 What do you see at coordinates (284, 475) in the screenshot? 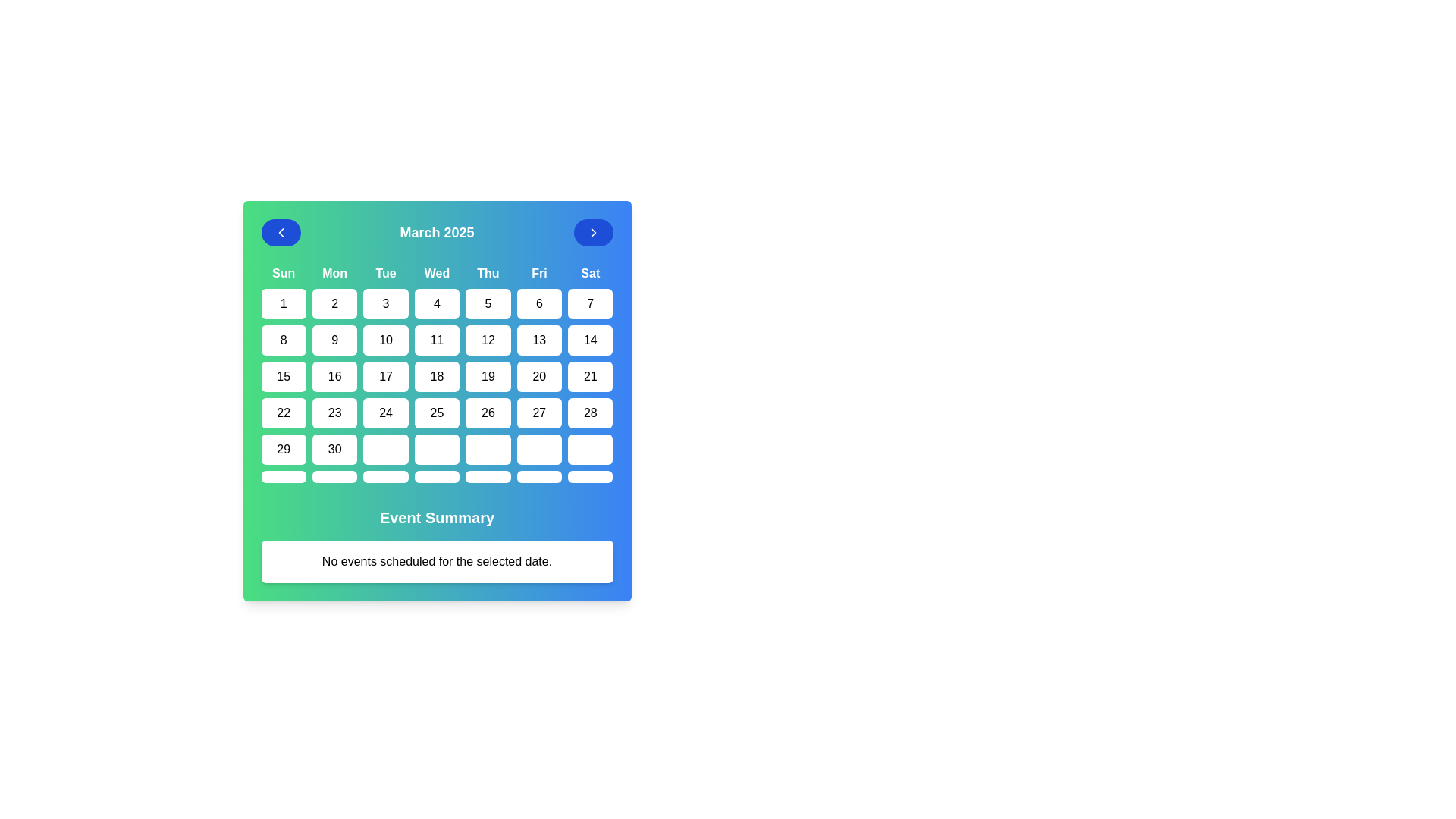
I see `the inactive date slot button in the calendar for March 2025 located in the last row and first column` at bounding box center [284, 475].